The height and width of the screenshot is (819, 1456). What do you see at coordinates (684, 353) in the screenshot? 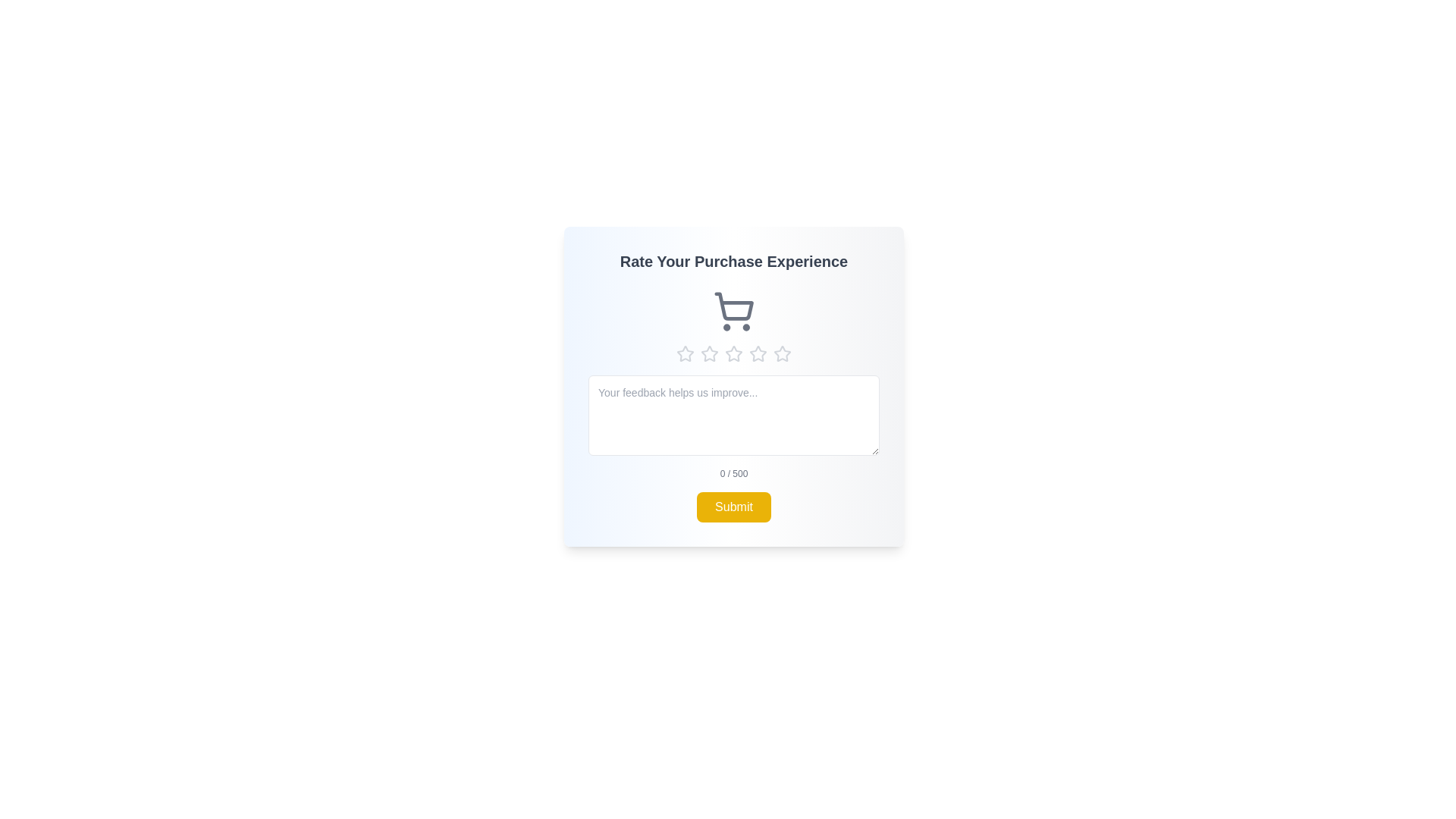
I see `the star corresponding to the desired rating of 1` at bounding box center [684, 353].